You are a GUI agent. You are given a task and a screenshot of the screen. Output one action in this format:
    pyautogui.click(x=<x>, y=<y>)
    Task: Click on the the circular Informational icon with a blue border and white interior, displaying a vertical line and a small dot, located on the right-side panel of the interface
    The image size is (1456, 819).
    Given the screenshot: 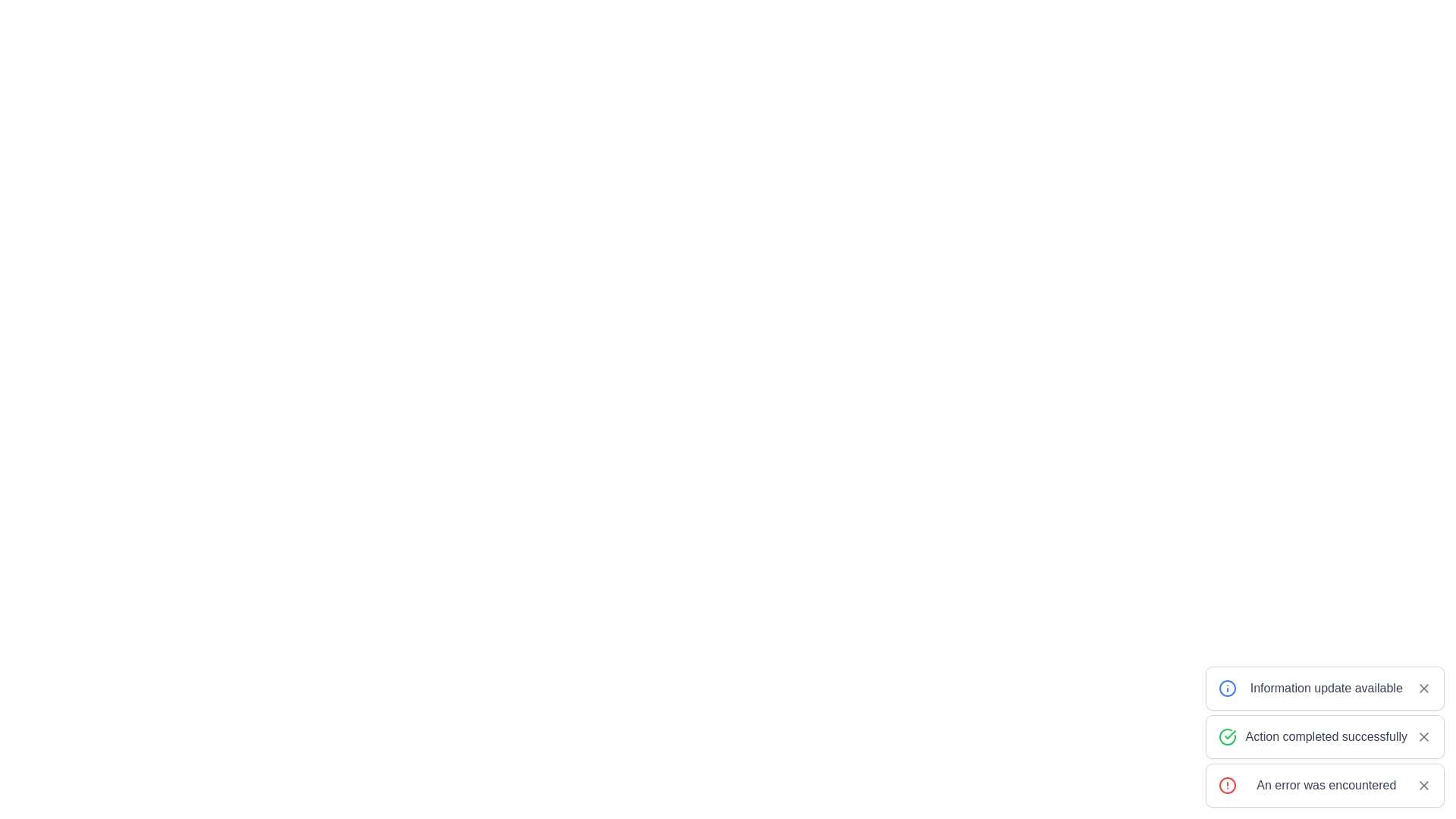 What is the action you would take?
    pyautogui.click(x=1227, y=688)
    